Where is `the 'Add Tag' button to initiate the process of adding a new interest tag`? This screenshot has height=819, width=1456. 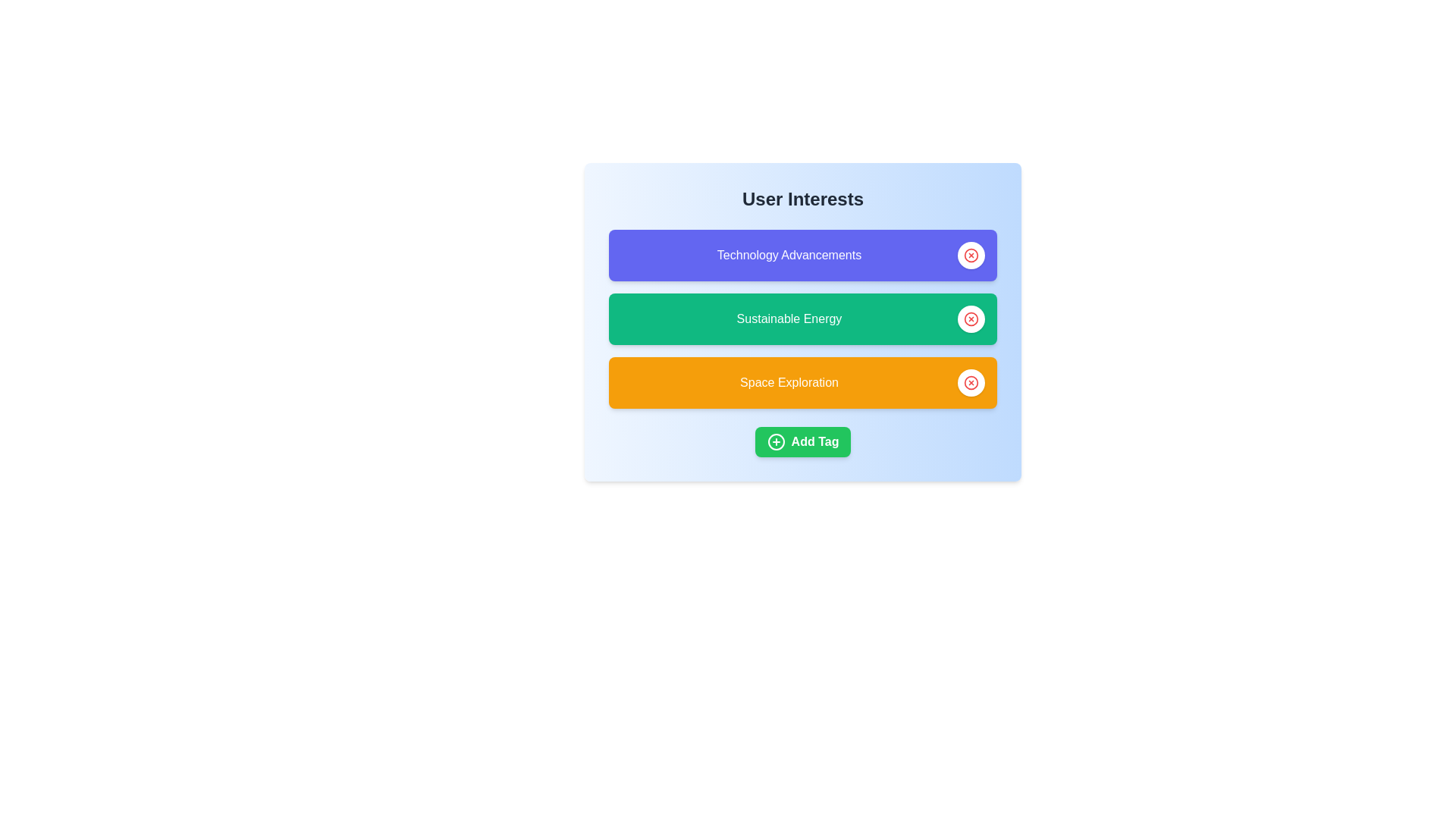
the 'Add Tag' button to initiate the process of adding a new interest tag is located at coordinates (802, 441).